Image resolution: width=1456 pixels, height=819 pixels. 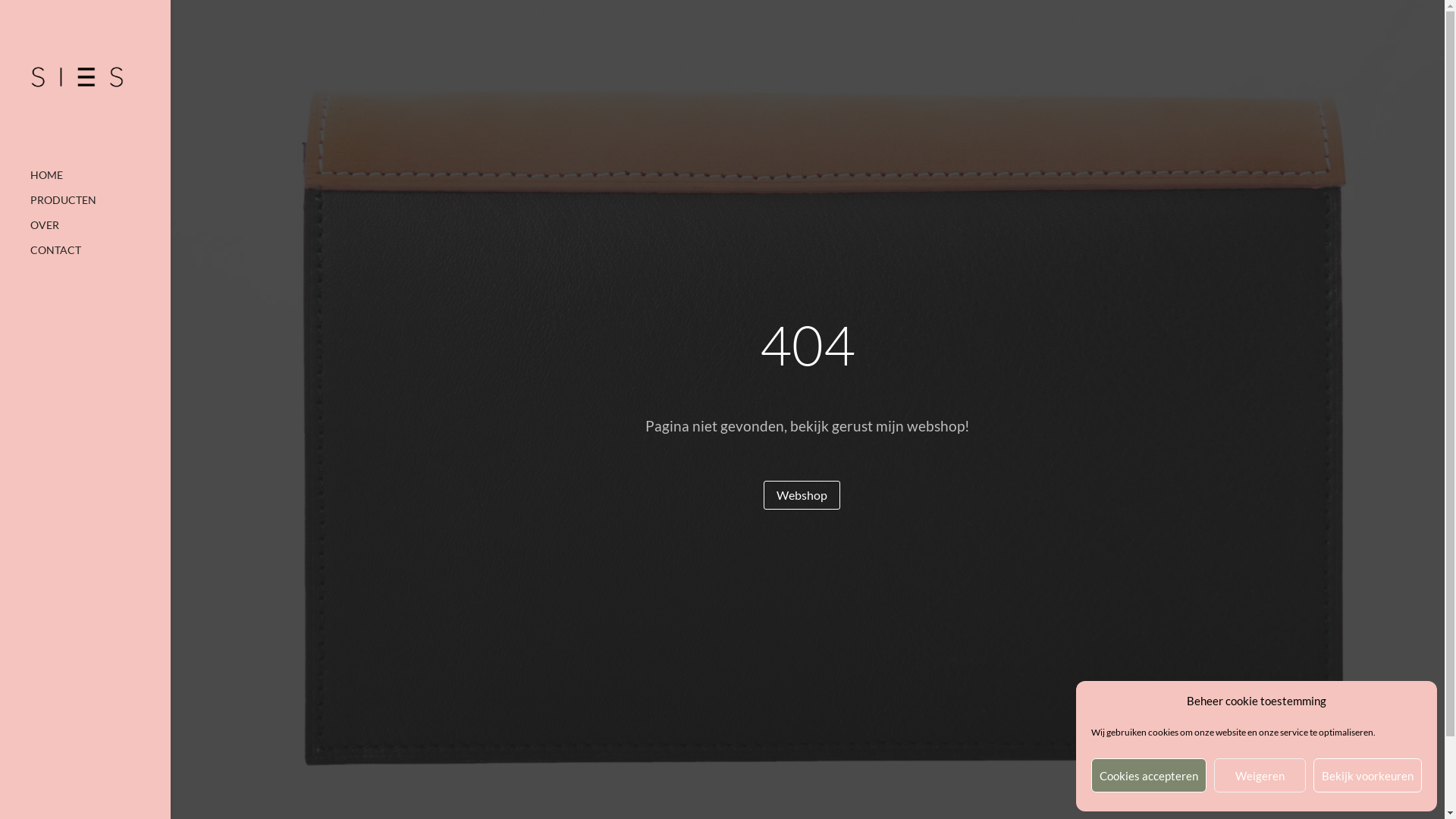 I want to click on 'Bekijk voorkeuren', so click(x=1367, y=775).